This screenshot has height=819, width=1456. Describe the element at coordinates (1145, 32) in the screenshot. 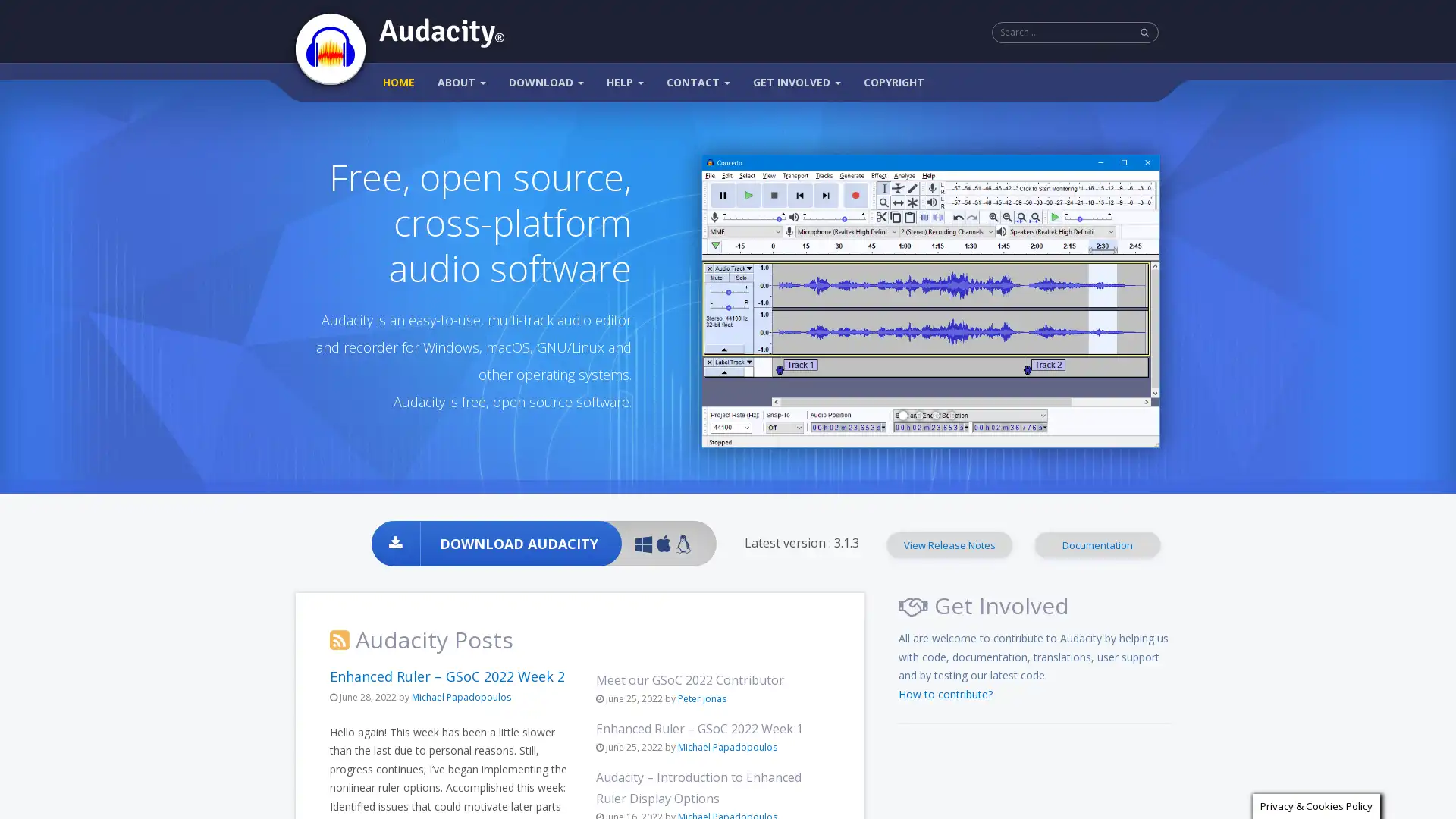

I see `Search` at that location.